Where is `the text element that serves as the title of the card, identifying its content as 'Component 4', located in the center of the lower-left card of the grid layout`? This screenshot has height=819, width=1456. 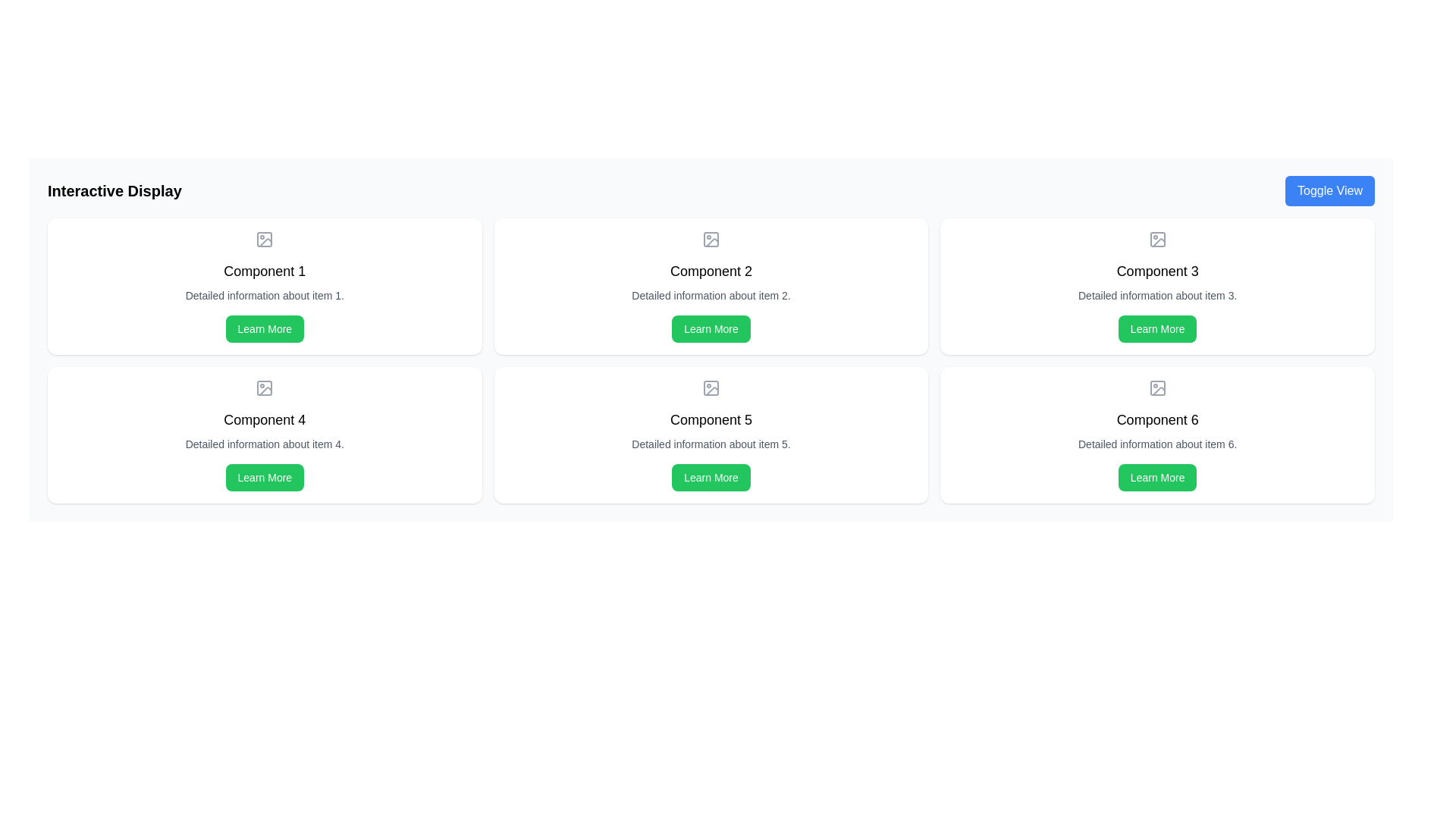 the text element that serves as the title of the card, identifying its content as 'Component 4', located in the center of the lower-left card of the grid layout is located at coordinates (265, 420).